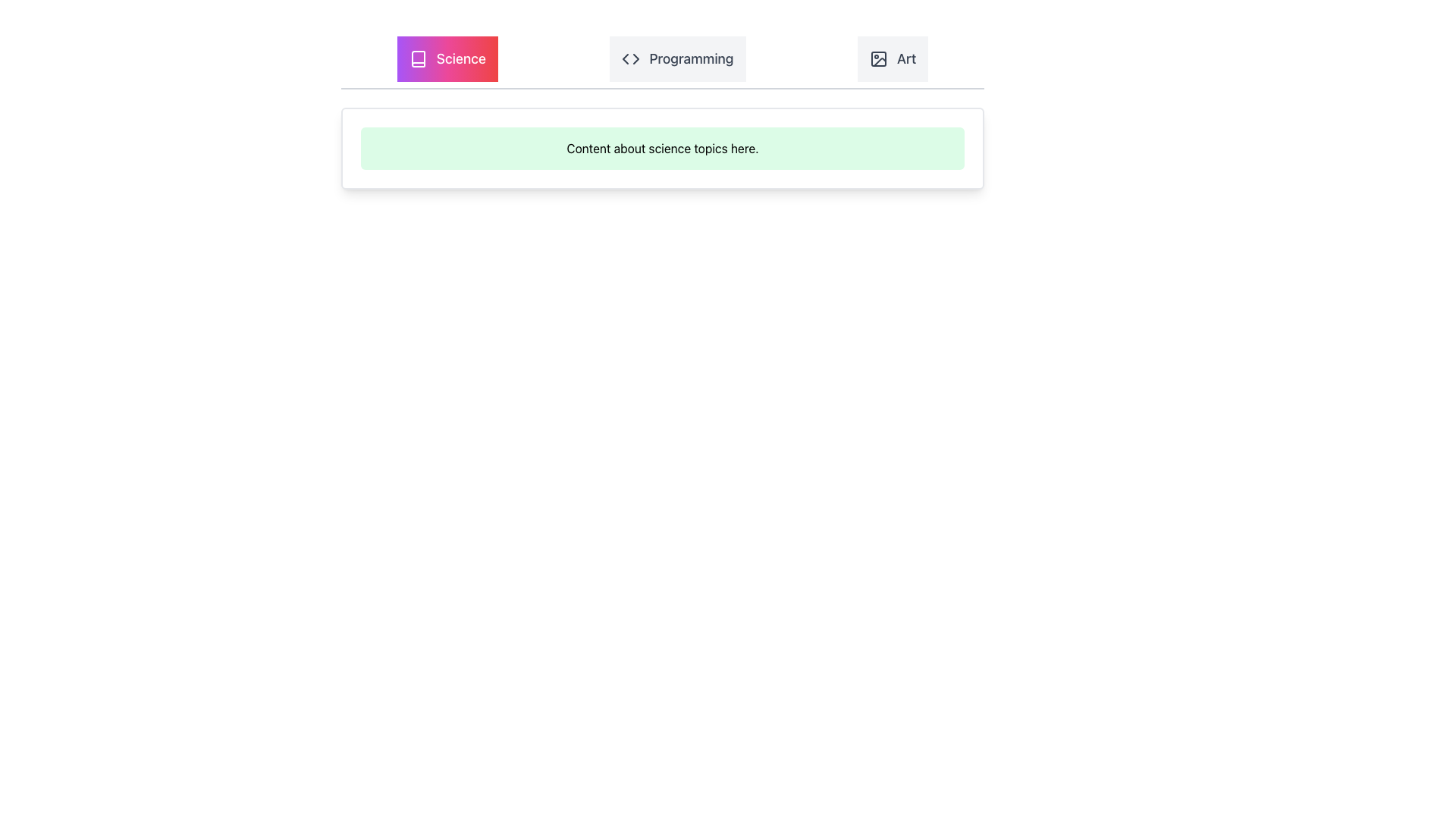 The height and width of the screenshot is (819, 1456). I want to click on the 'Science' tab, which is the first tab on the left with a gradient background from purple to red, so click(447, 58).